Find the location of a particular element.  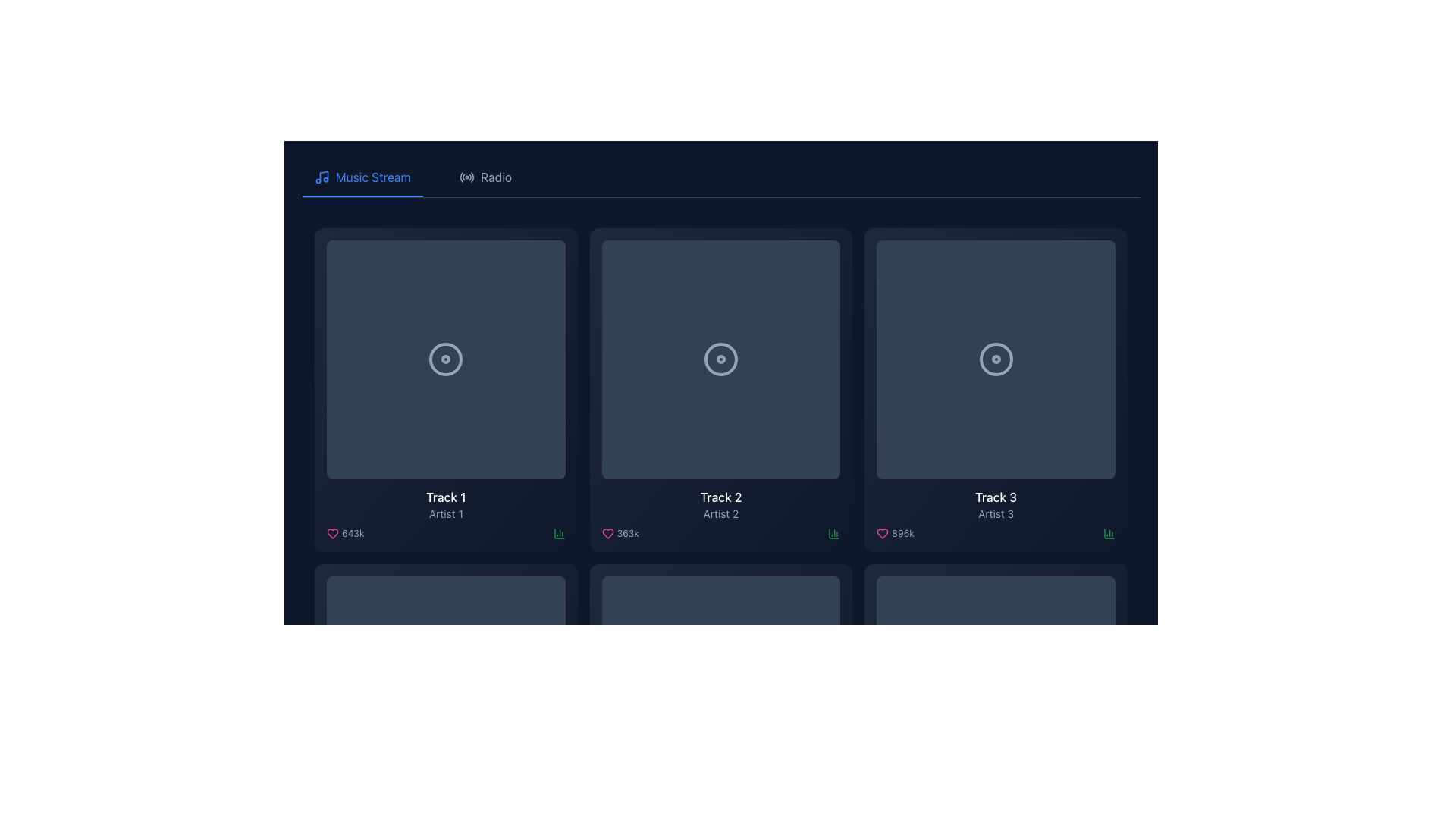

the circular icon located in the first card labeled 'Track 1' and 'Artist 1', which is a disc-like appearance with two concentric circles is located at coordinates (445, 359).